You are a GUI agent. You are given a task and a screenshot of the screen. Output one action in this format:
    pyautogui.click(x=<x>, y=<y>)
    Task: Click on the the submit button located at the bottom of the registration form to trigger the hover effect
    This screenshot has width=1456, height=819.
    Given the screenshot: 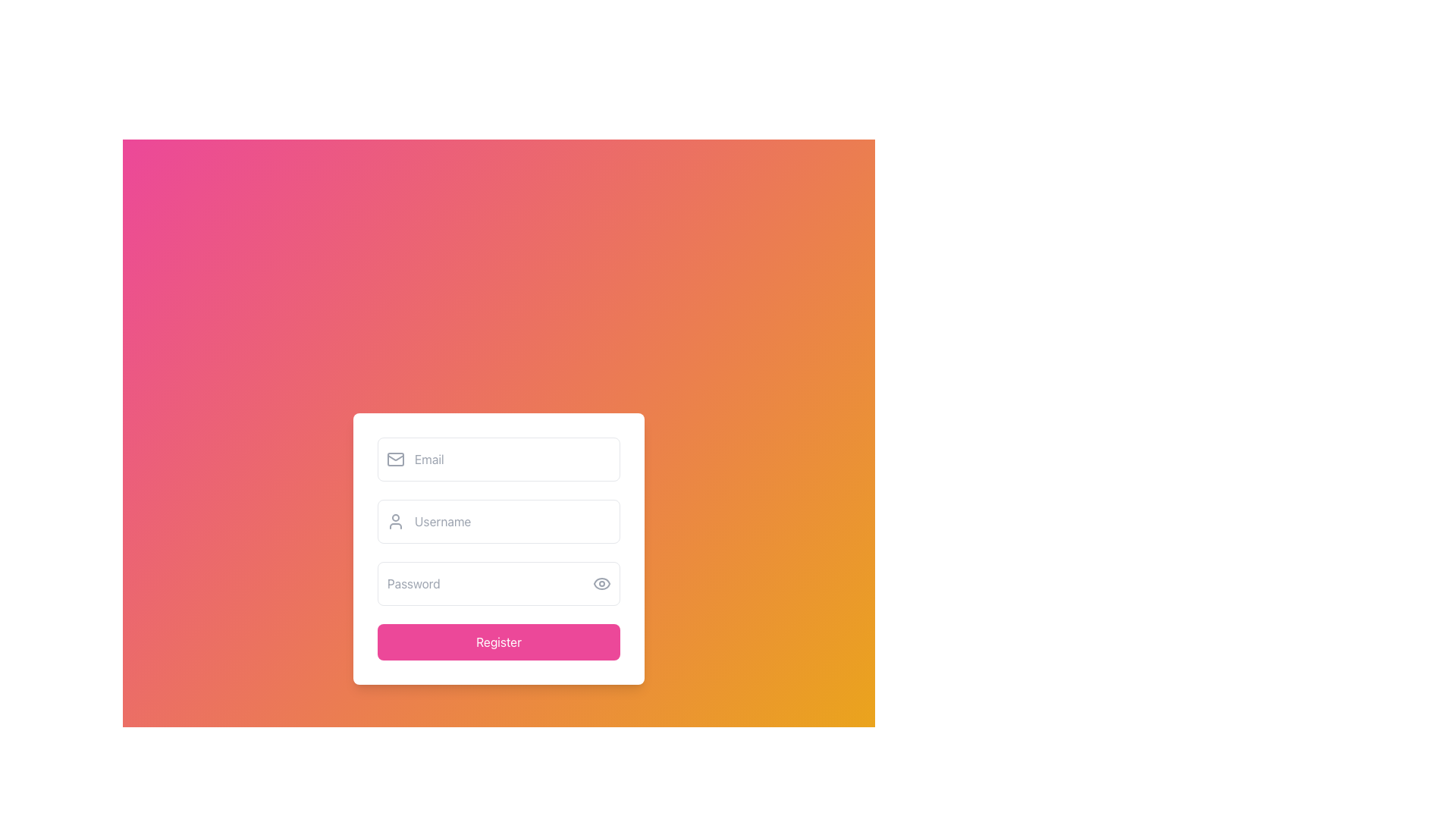 What is the action you would take?
    pyautogui.click(x=498, y=642)
    